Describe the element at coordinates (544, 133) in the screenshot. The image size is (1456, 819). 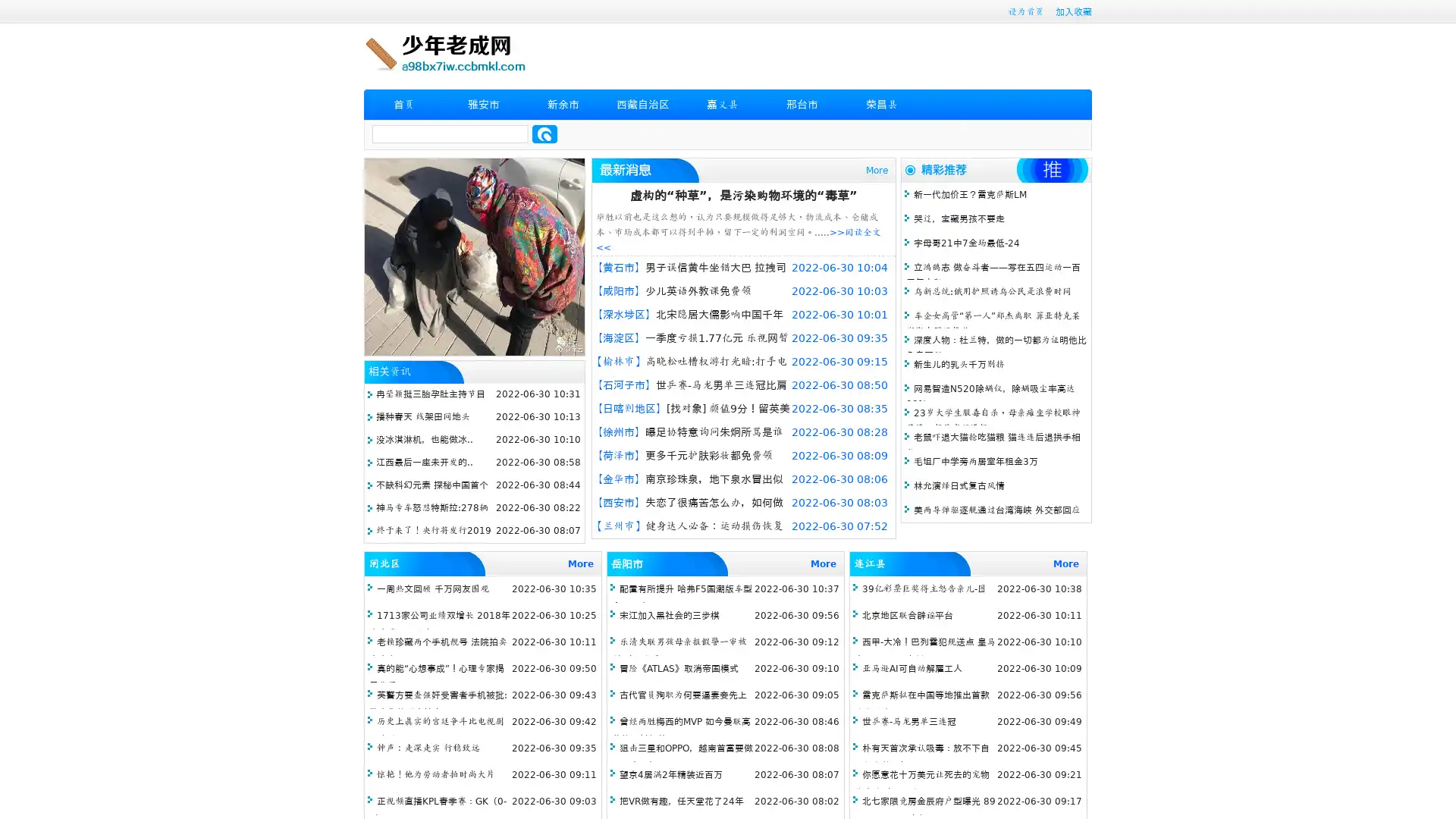
I see `Search` at that location.